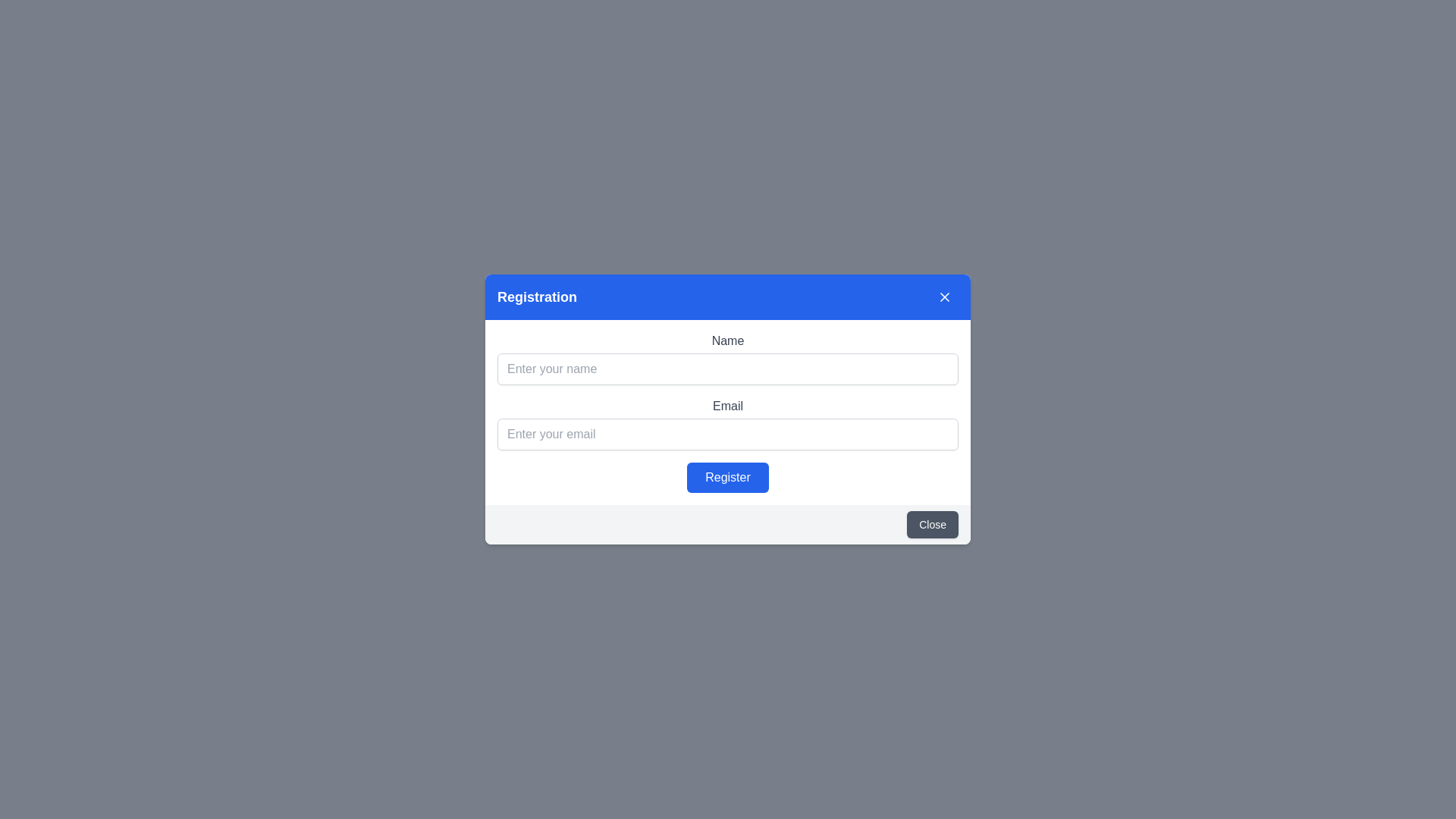 Image resolution: width=1456 pixels, height=819 pixels. Describe the element at coordinates (537, 297) in the screenshot. I see `the Text label that serves as a section title or heading at the top left of the blue header section, which precedes the 'Close' button` at that location.